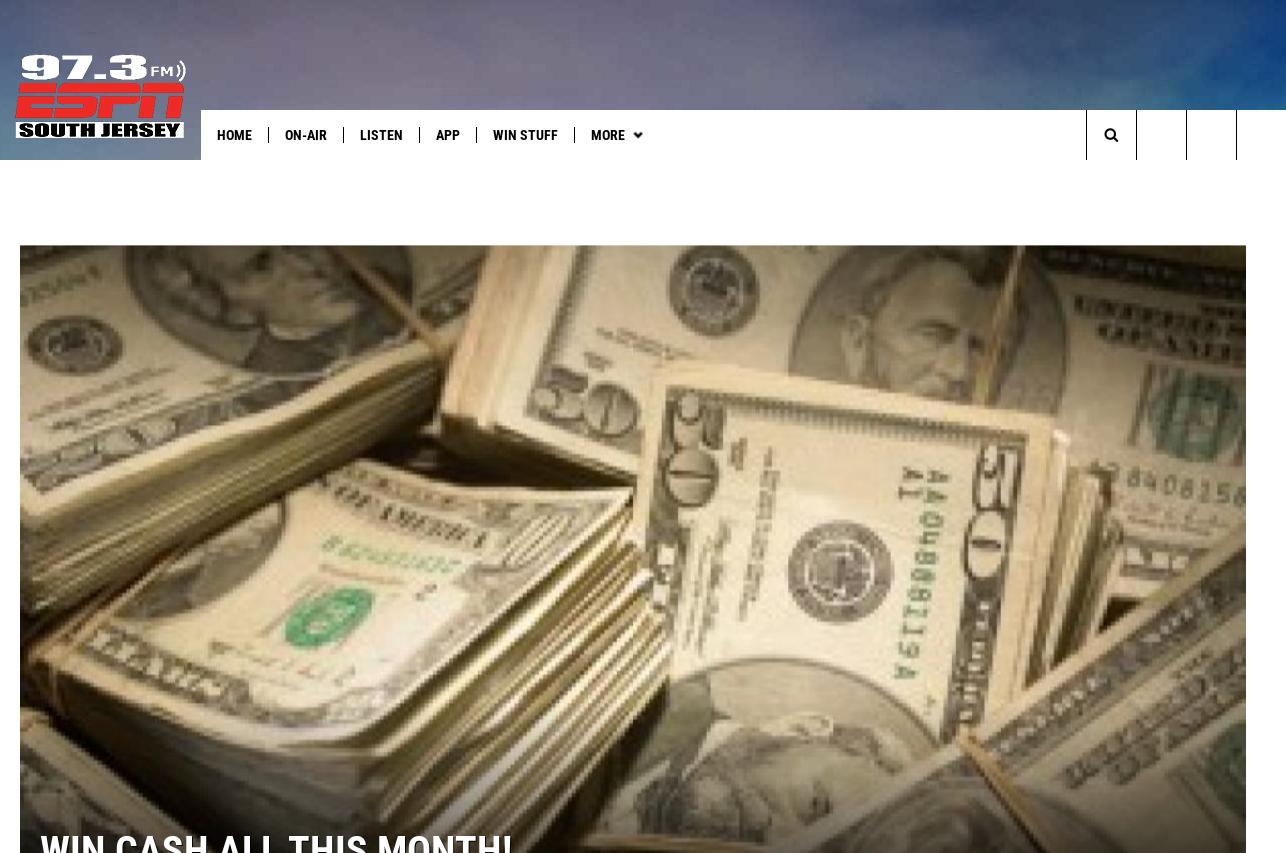 The width and height of the screenshot is (1286, 853). Describe the element at coordinates (524, 134) in the screenshot. I see `'Win Stuff'` at that location.